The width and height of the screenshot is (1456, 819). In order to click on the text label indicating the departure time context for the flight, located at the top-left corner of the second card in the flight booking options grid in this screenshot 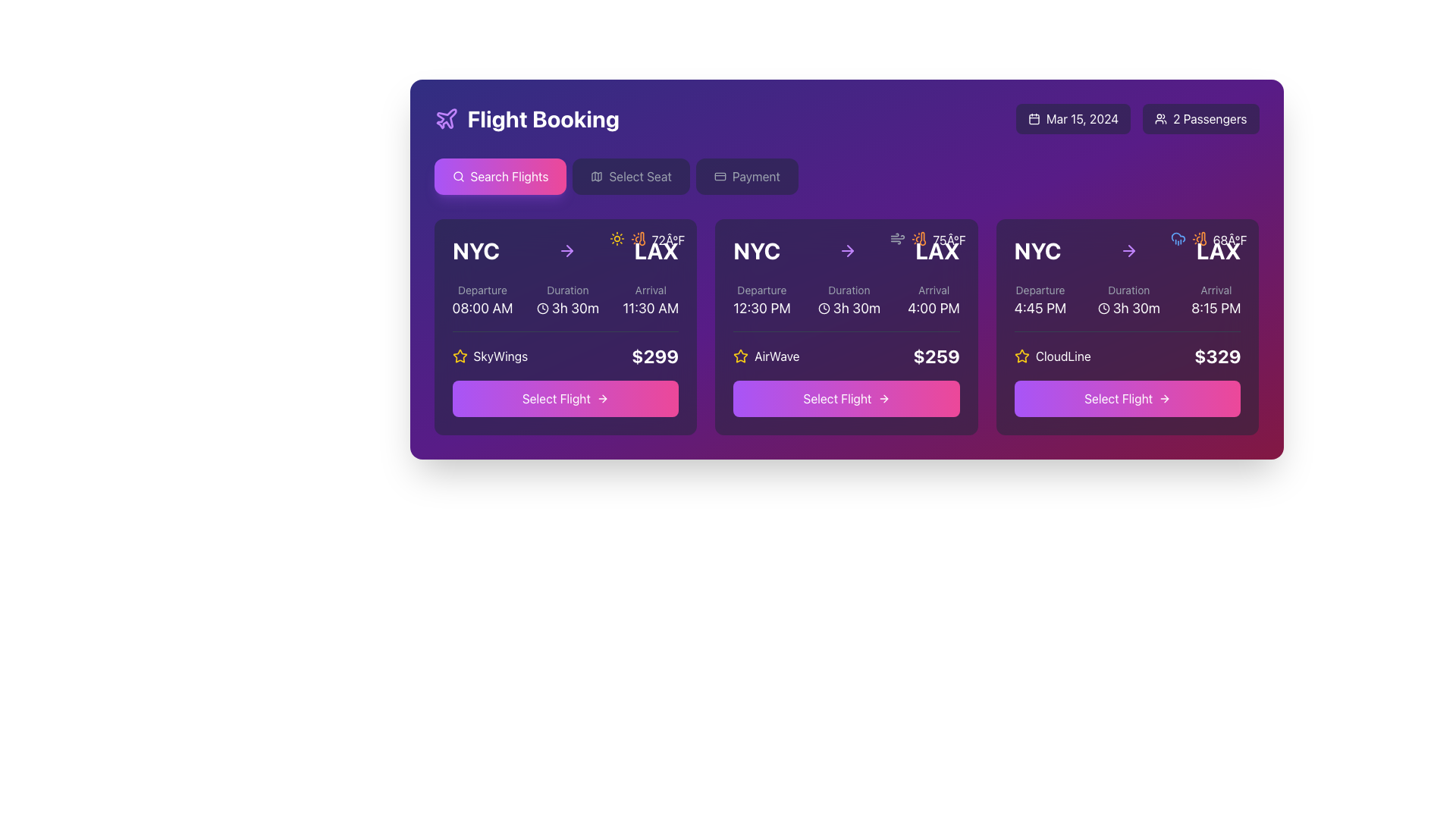, I will do `click(761, 290)`.